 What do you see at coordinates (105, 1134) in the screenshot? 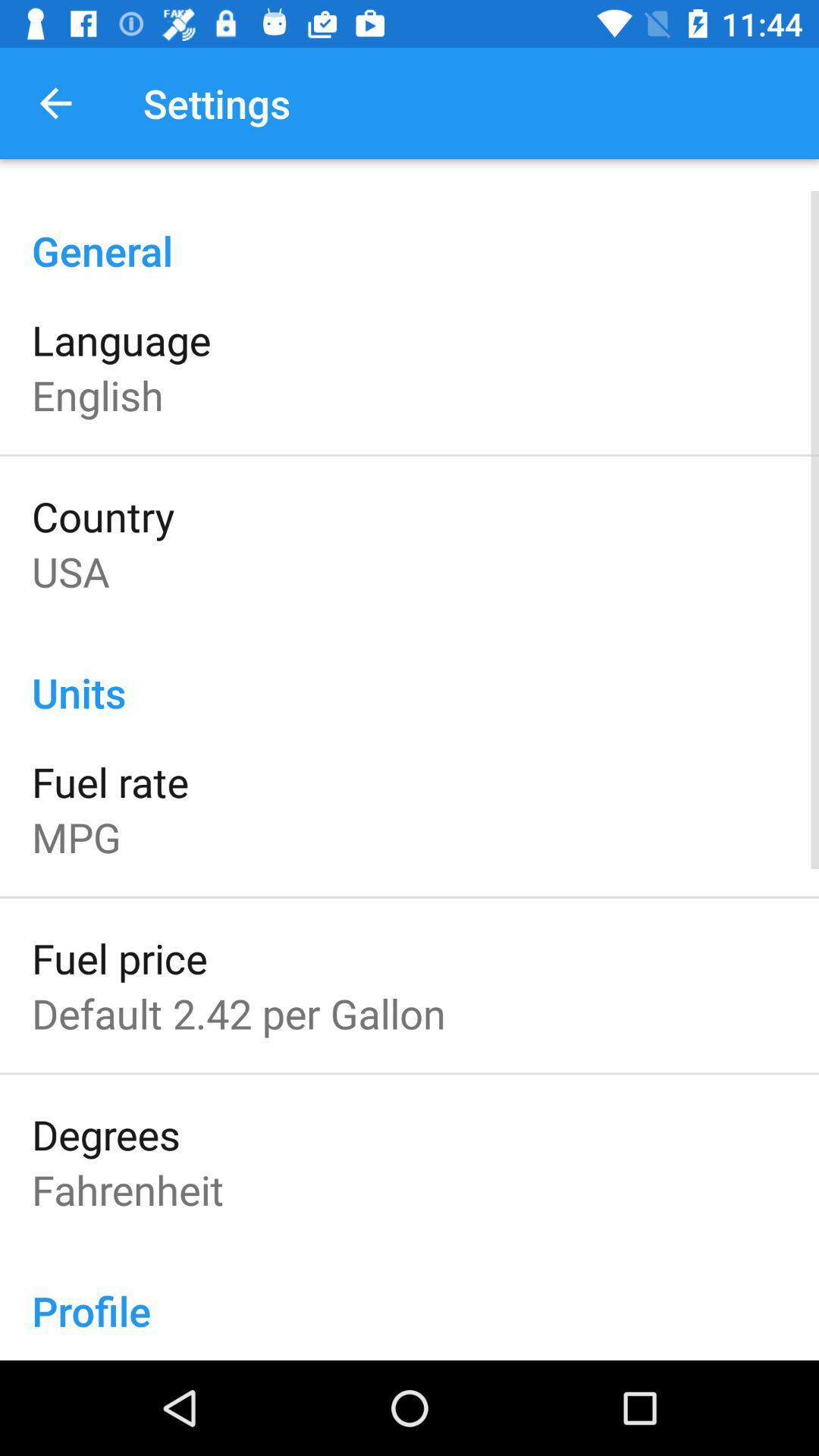
I see `the item above the fahrenheit` at bounding box center [105, 1134].